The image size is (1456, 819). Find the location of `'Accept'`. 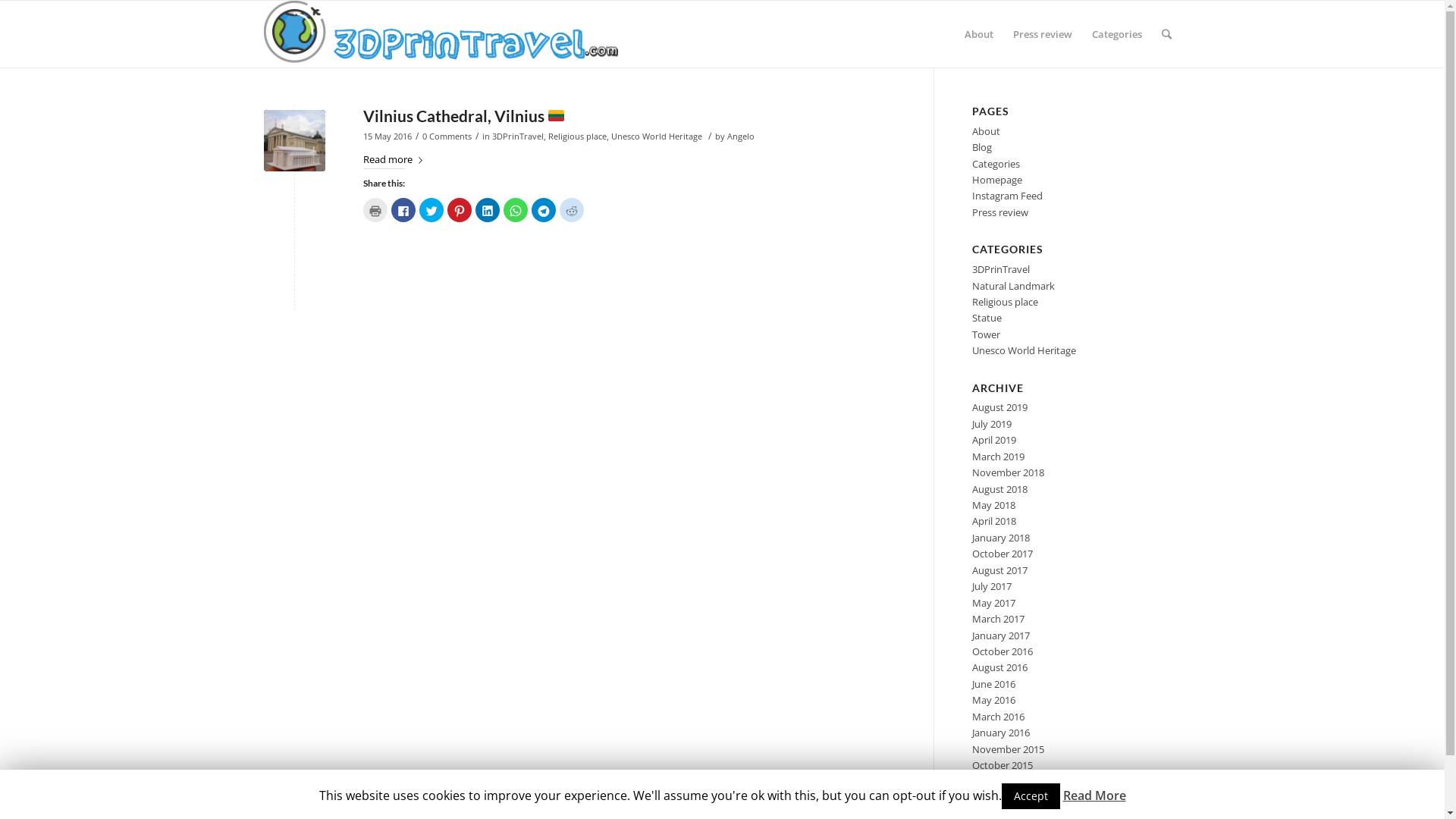

'Accept' is located at coordinates (1030, 795).